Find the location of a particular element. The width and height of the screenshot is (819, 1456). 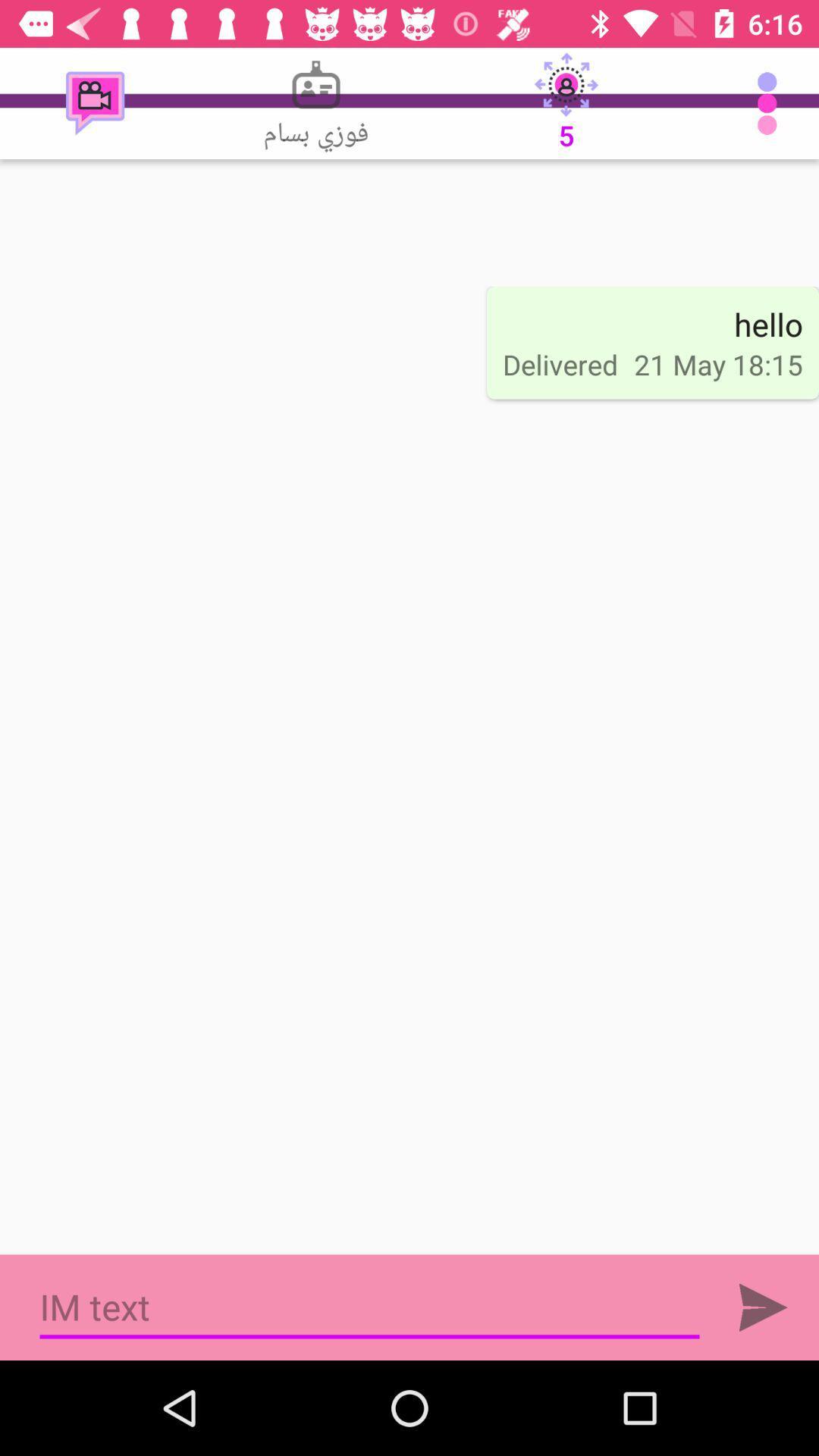

item next to delivered icon is located at coordinates (768, 323).